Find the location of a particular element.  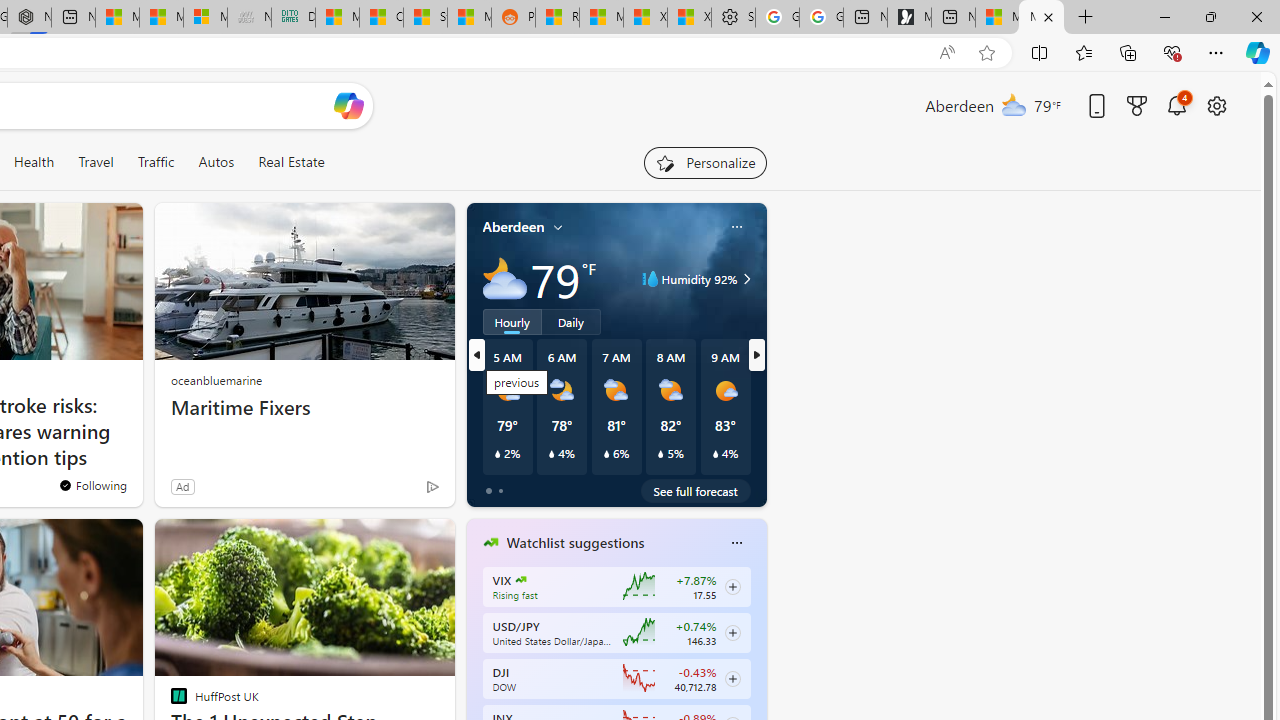

'oceanbluemarine' is located at coordinates (216, 380).